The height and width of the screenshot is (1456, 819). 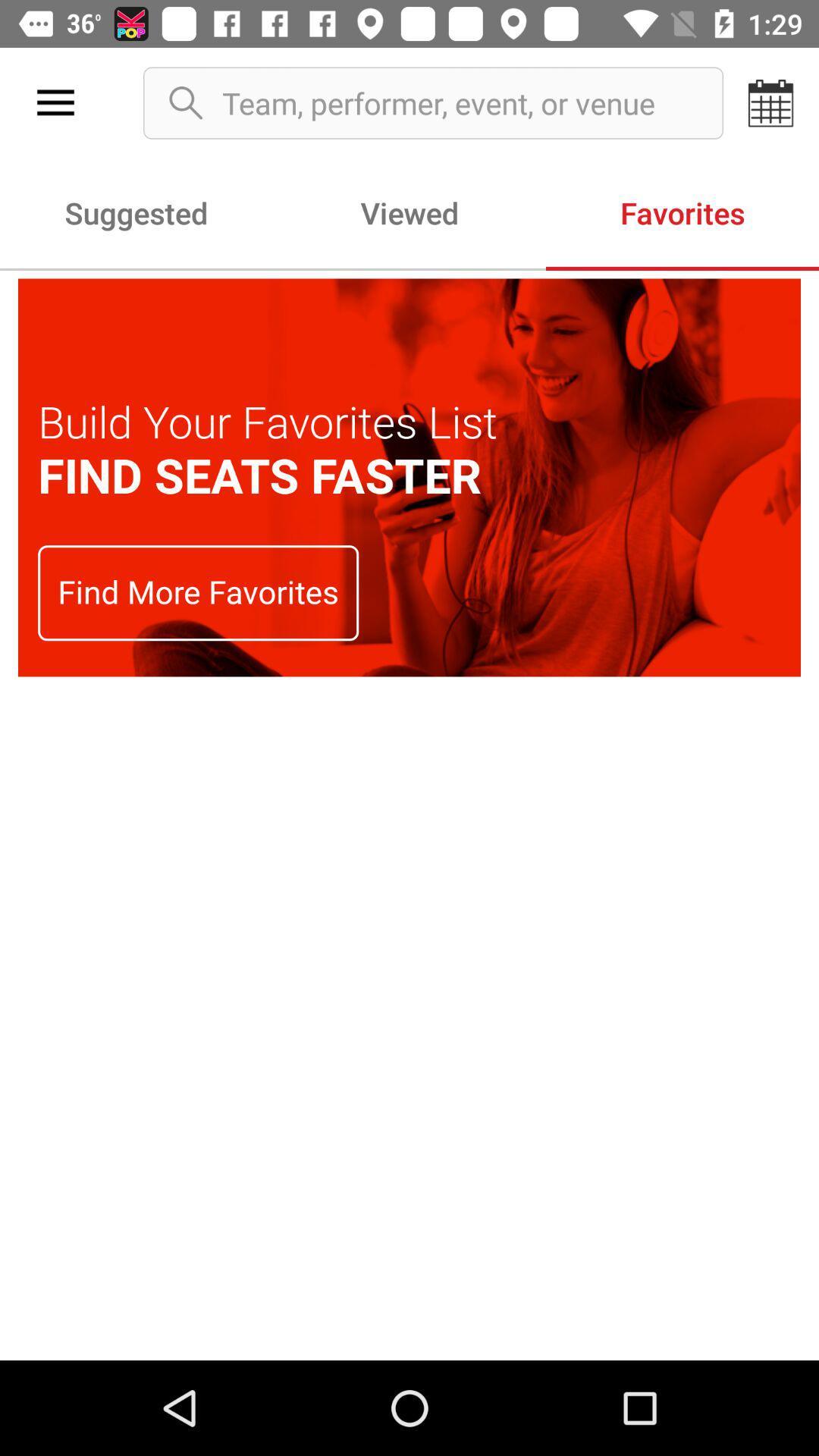 I want to click on the icon below find seats faster, so click(x=197, y=592).